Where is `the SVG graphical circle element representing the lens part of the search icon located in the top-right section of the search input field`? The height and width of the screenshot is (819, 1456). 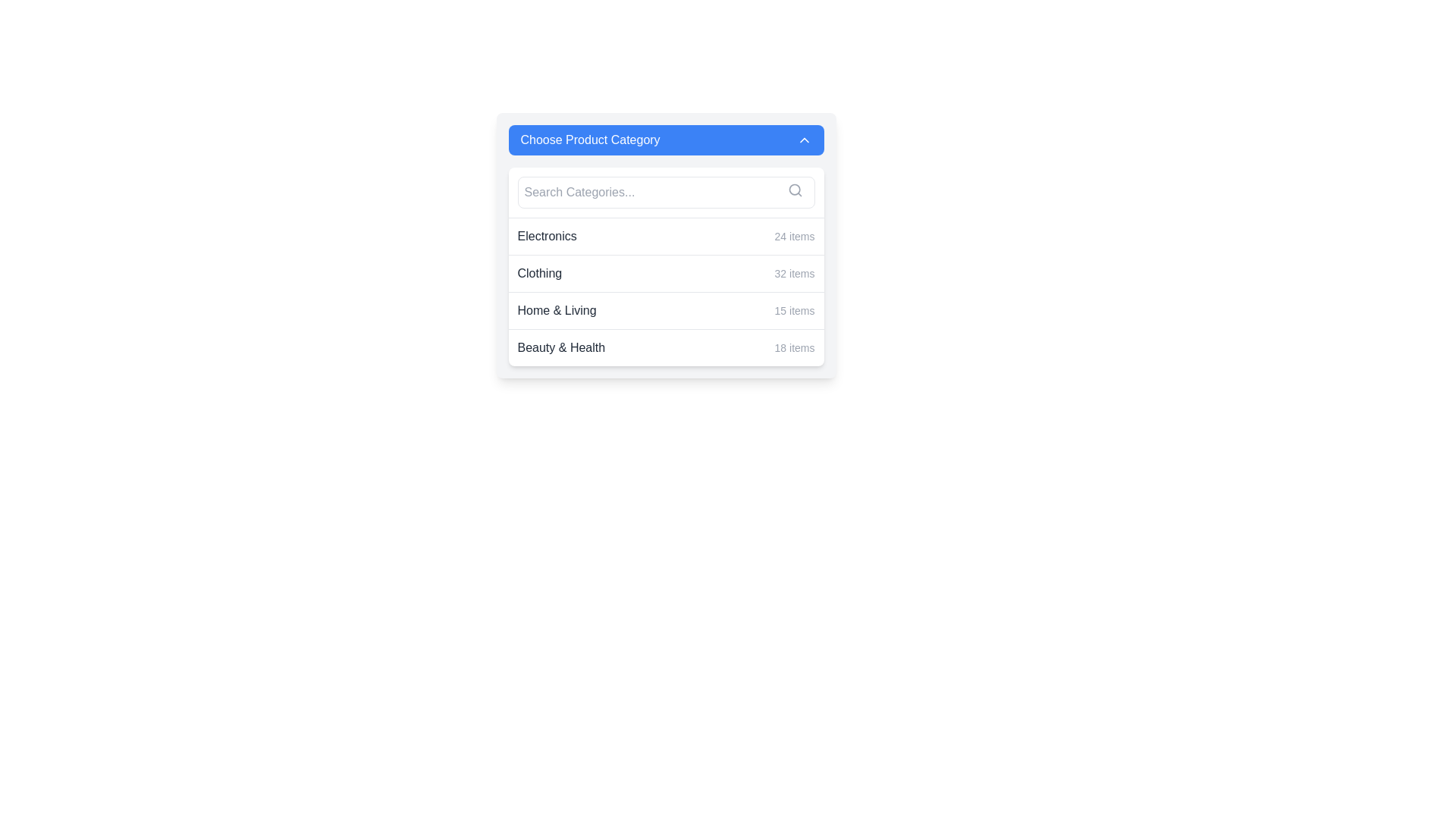 the SVG graphical circle element representing the lens part of the search icon located in the top-right section of the search input field is located at coordinates (793, 189).